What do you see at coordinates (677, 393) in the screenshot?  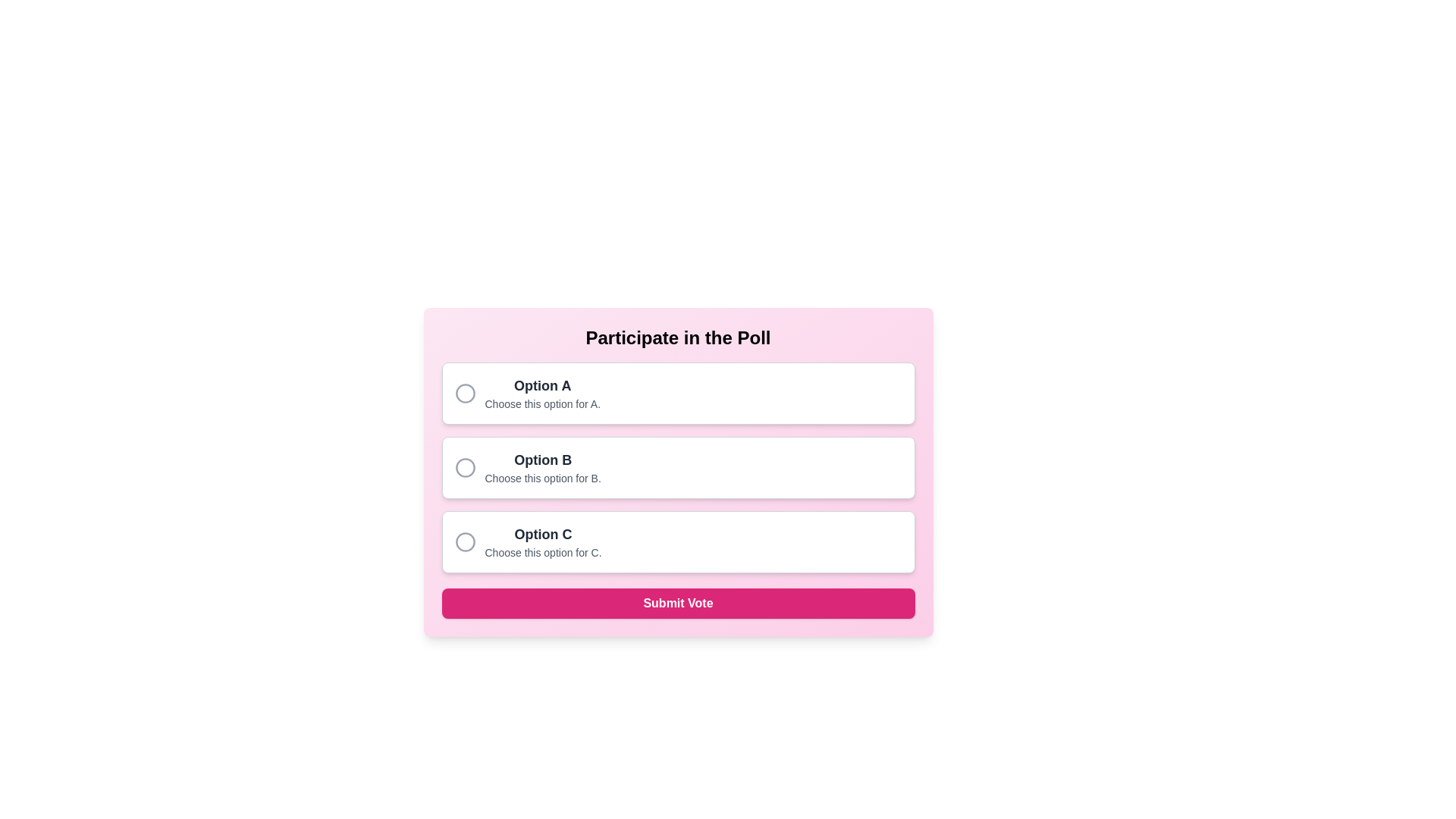 I see `the first radio button labeled 'Option A'` at bounding box center [677, 393].